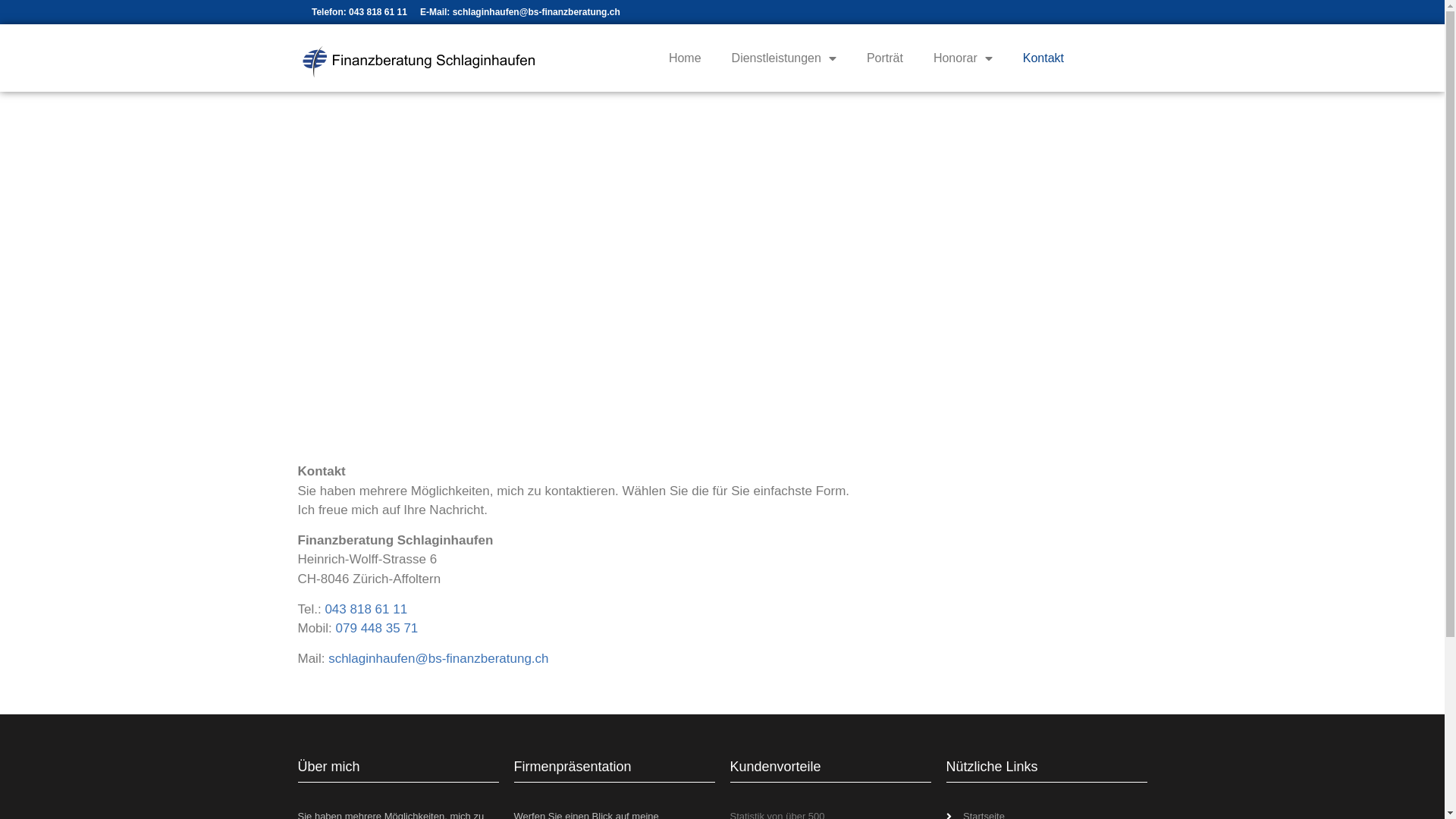 The image size is (1456, 819). I want to click on 'E-Mail: schlaginhaufen@bs-finanzberatung.ch', so click(419, 11).